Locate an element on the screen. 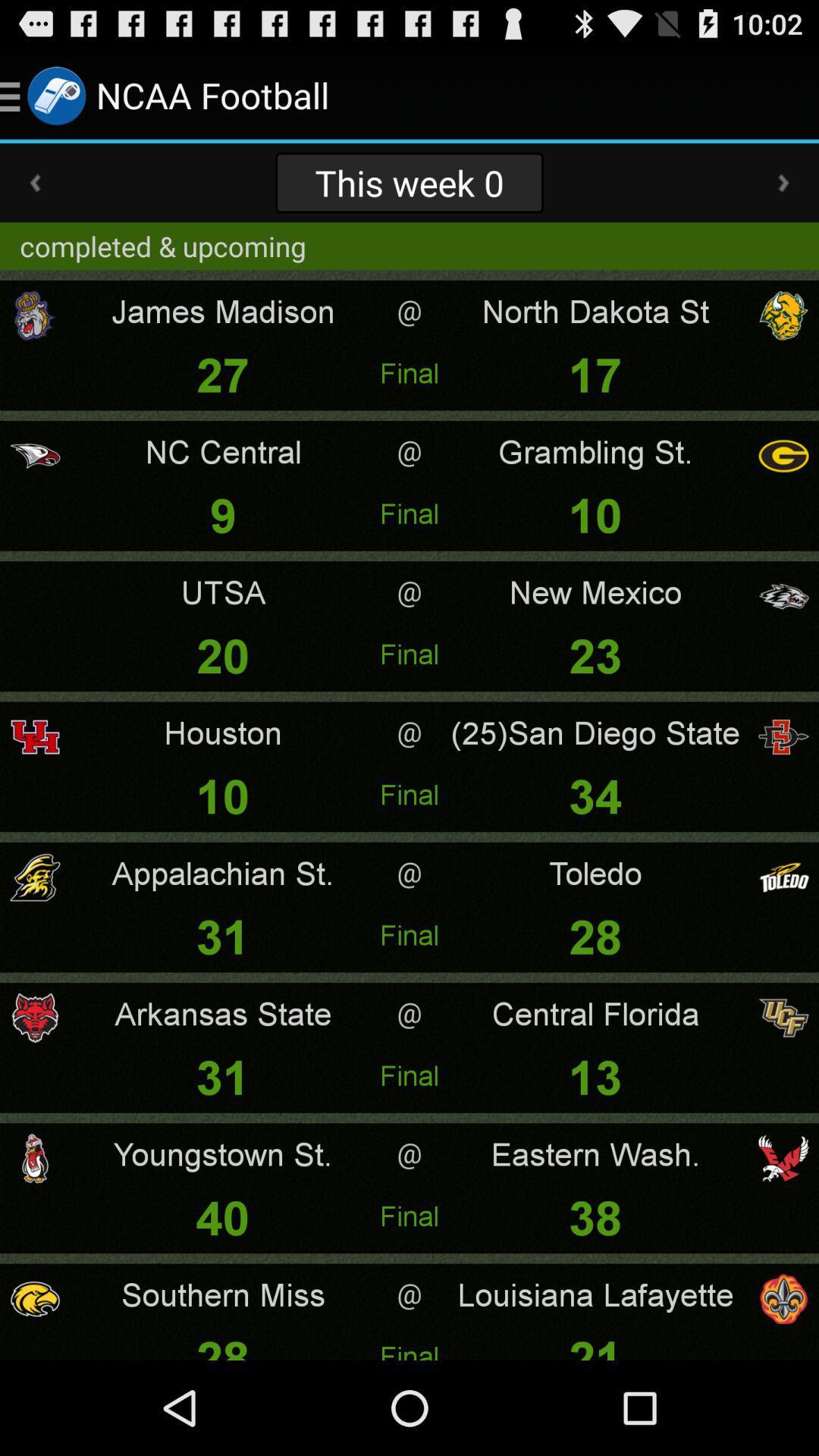 The width and height of the screenshot is (819, 1456). the app to the left of this week 0 app is located at coordinates (34, 182).